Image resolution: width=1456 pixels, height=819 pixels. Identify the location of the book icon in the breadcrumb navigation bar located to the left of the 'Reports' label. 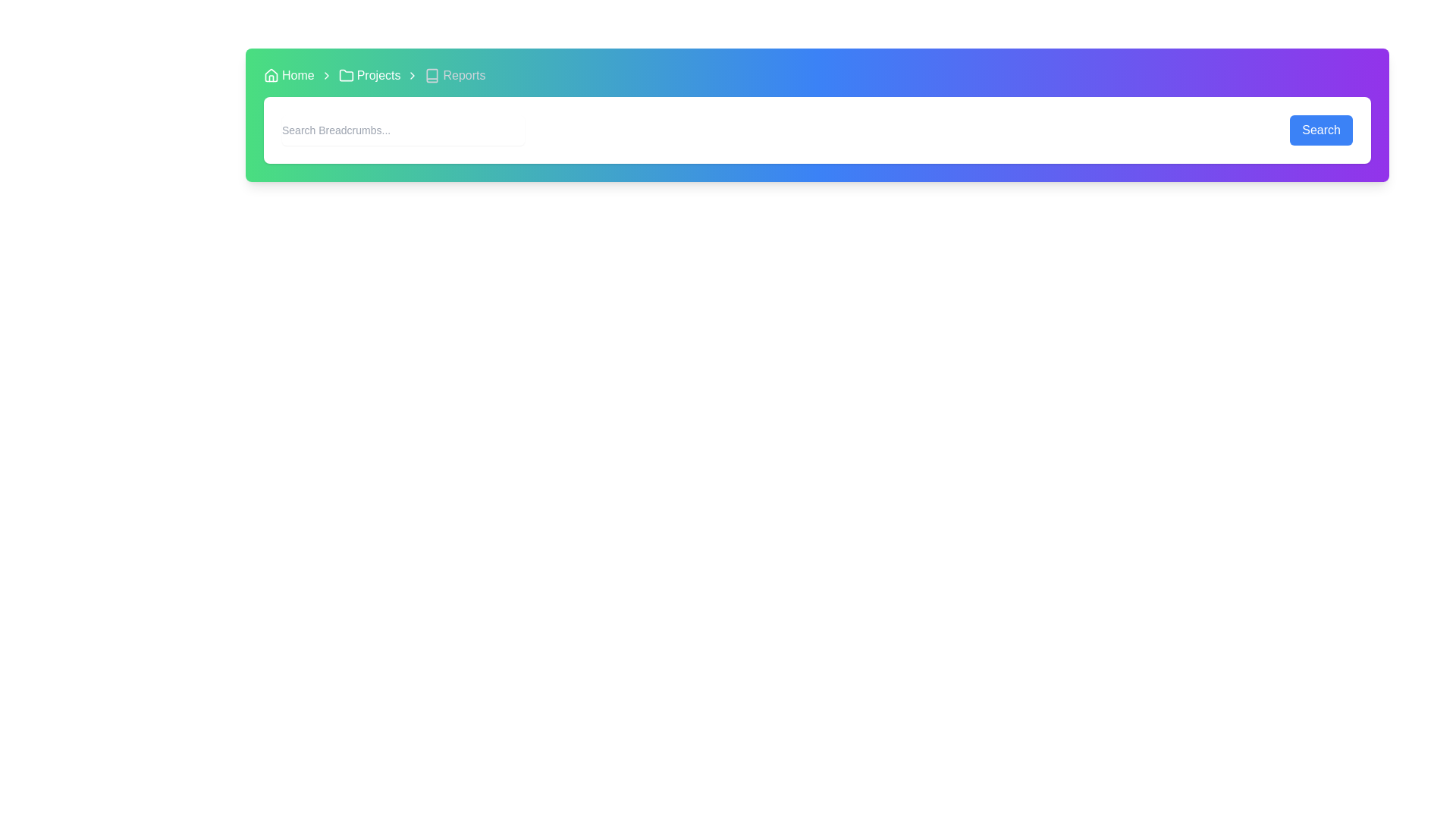
(431, 76).